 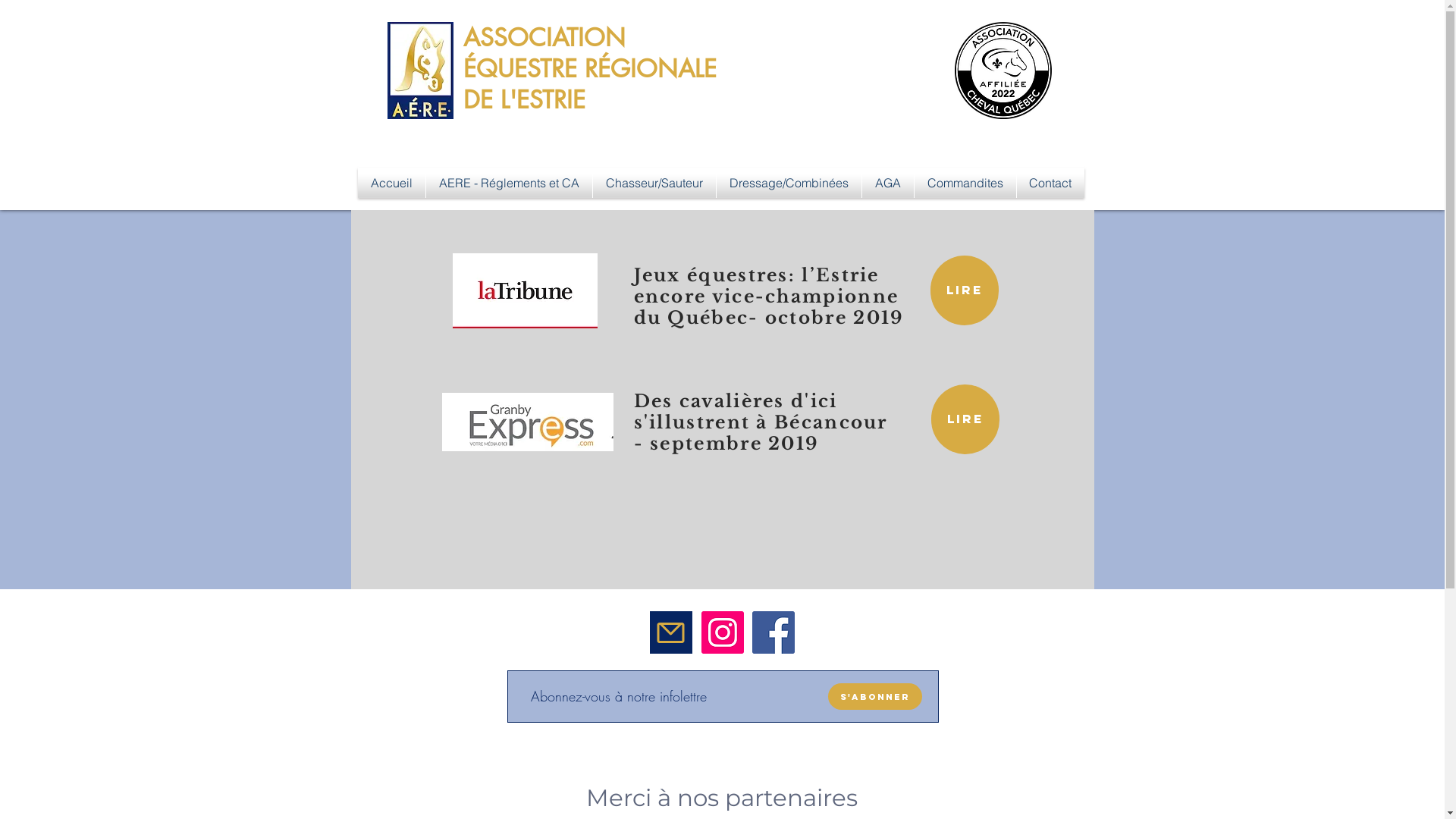 I want to click on 'Chasseur/Sauteur', so click(x=654, y=181).